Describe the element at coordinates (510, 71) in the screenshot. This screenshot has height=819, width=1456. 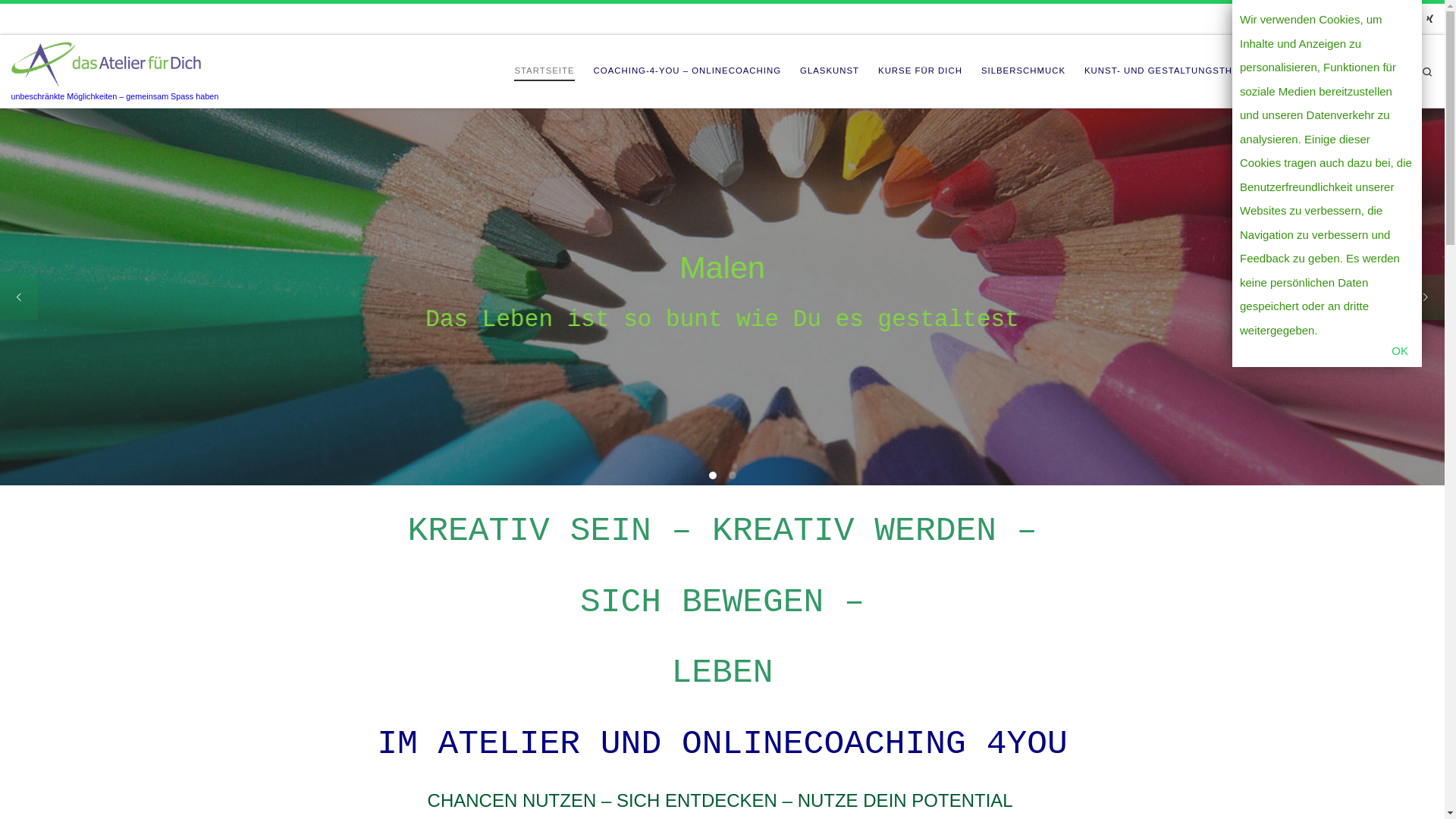
I see `'STARTSEITE'` at that location.